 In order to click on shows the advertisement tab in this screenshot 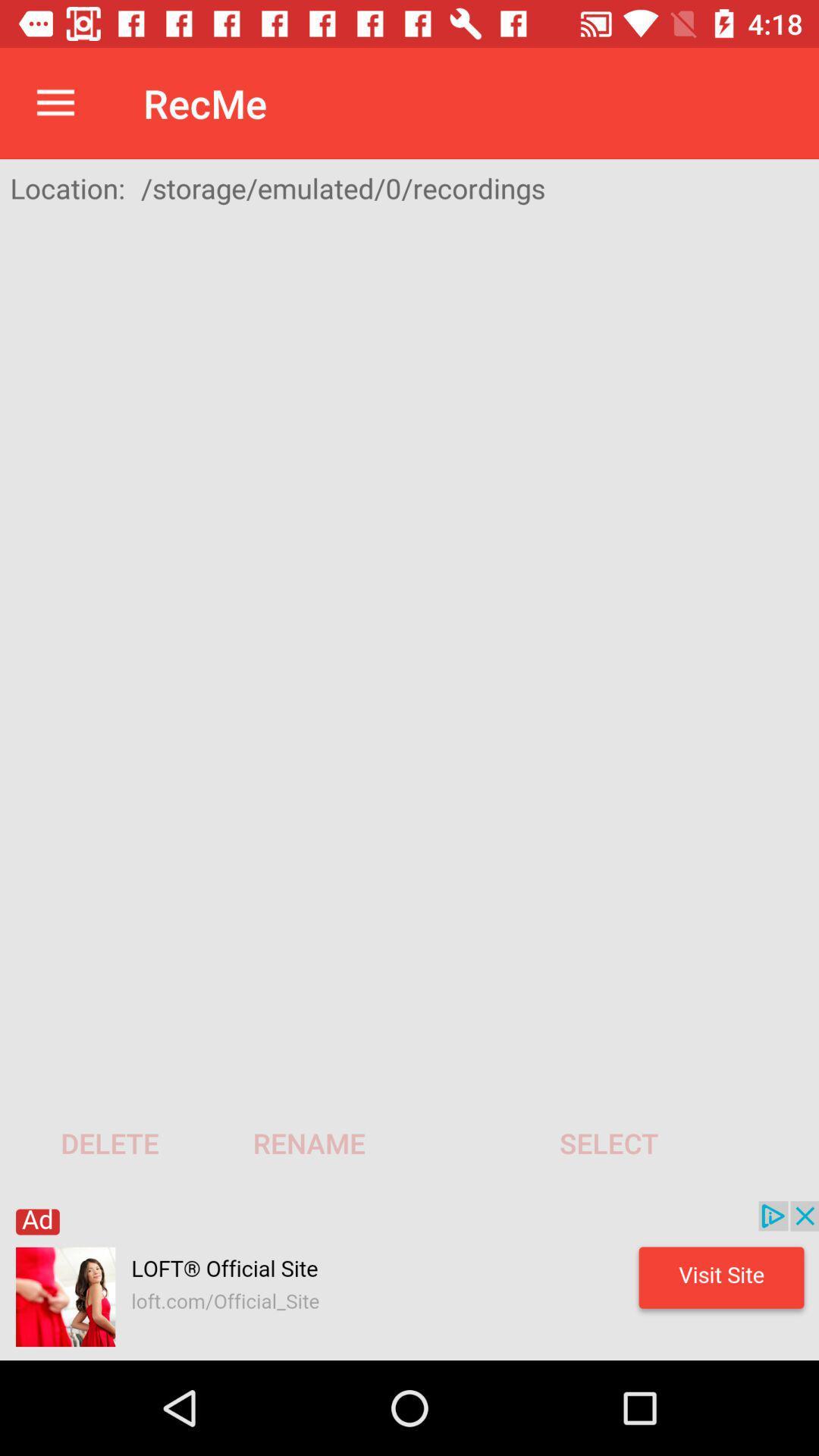, I will do `click(409, 1280)`.